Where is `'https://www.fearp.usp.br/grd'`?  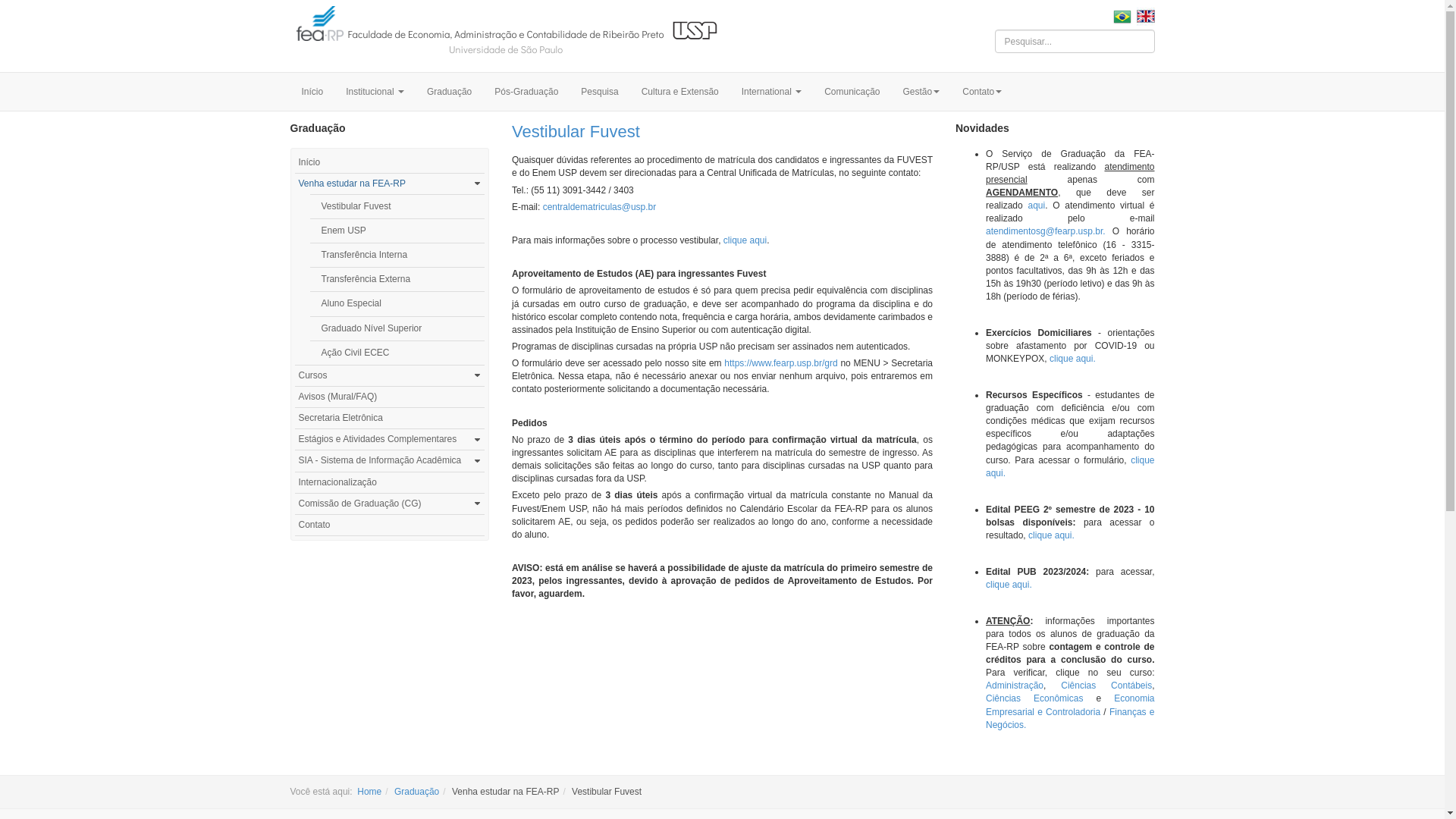 'https://www.fearp.usp.br/grd' is located at coordinates (780, 362).